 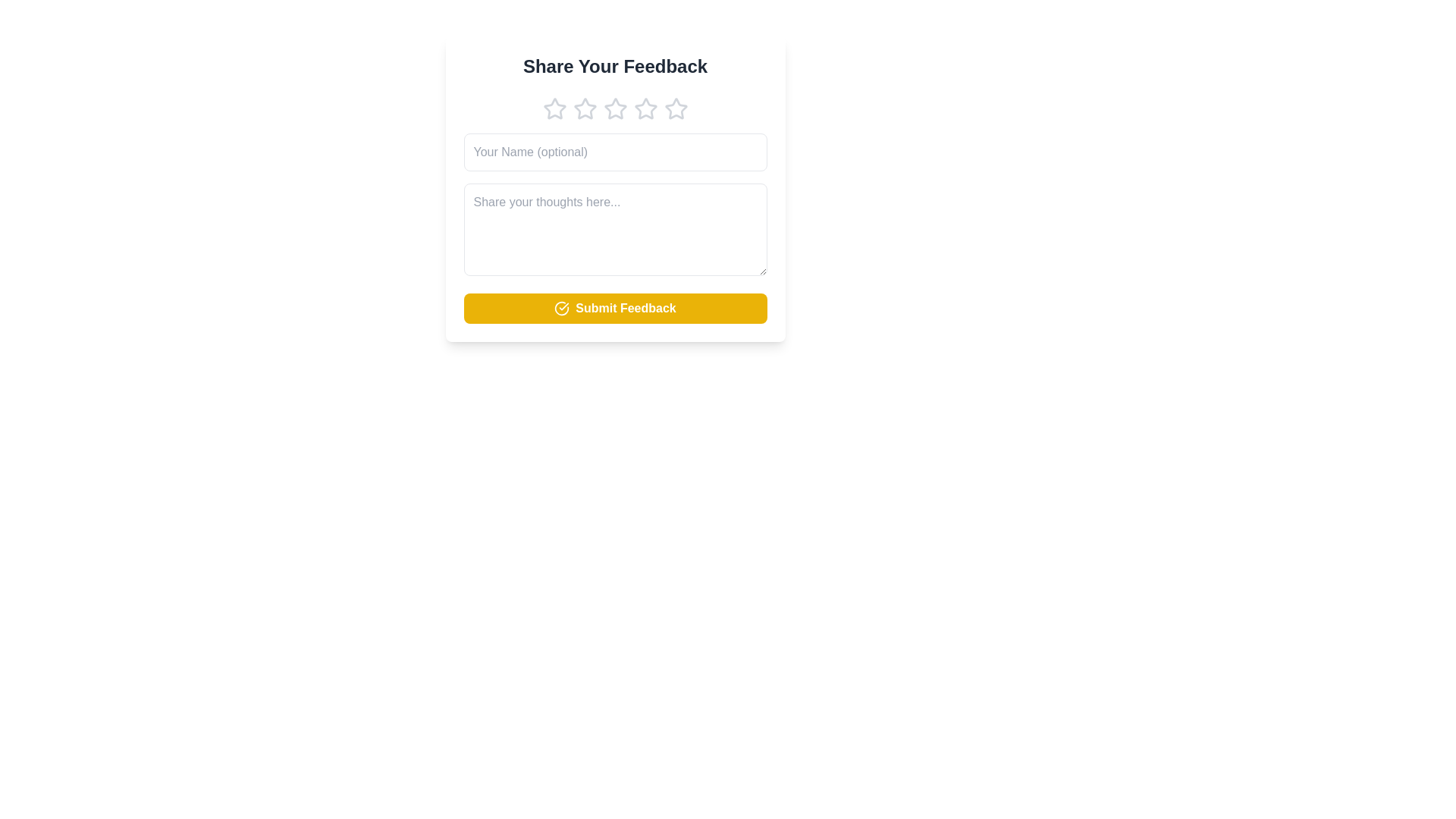 I want to click on the bold, centered title stating 'Share Your Feedback' that is prominently displayed at the top center of the interface, so click(x=615, y=66).